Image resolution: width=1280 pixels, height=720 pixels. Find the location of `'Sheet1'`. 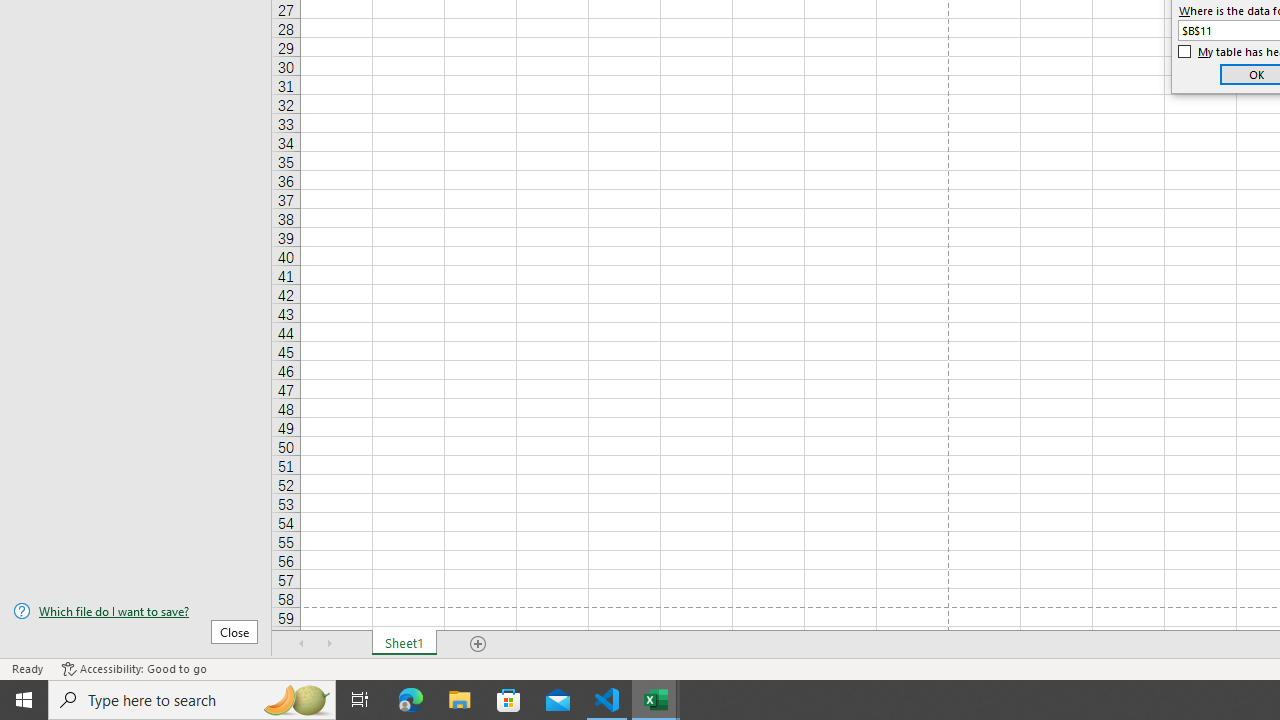

'Sheet1' is located at coordinates (403, 644).